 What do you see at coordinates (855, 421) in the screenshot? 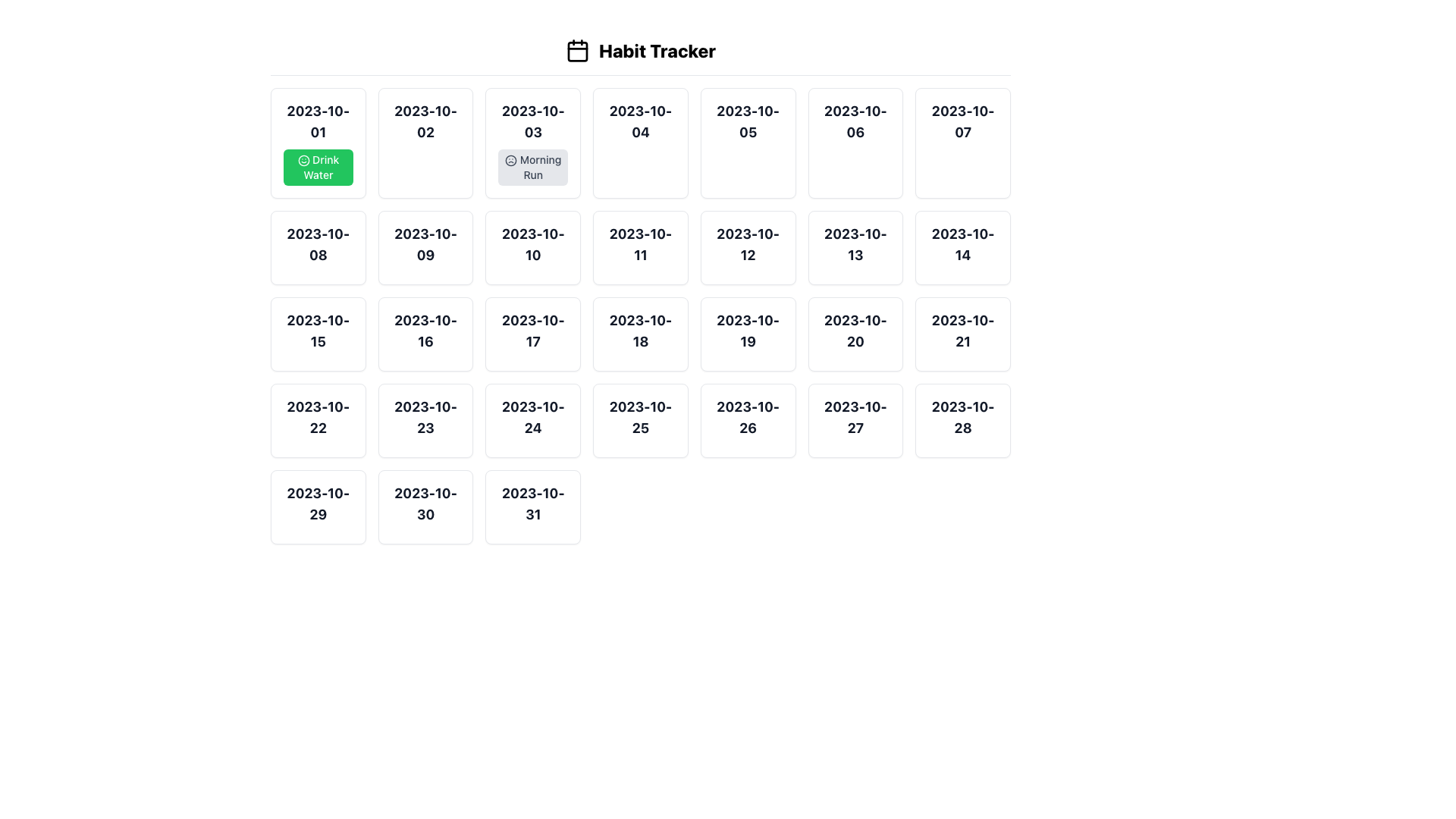
I see `the Date Card representing a specific date in the habit tracker interface located in the fifth column of the sixth row in the calendar view` at bounding box center [855, 421].